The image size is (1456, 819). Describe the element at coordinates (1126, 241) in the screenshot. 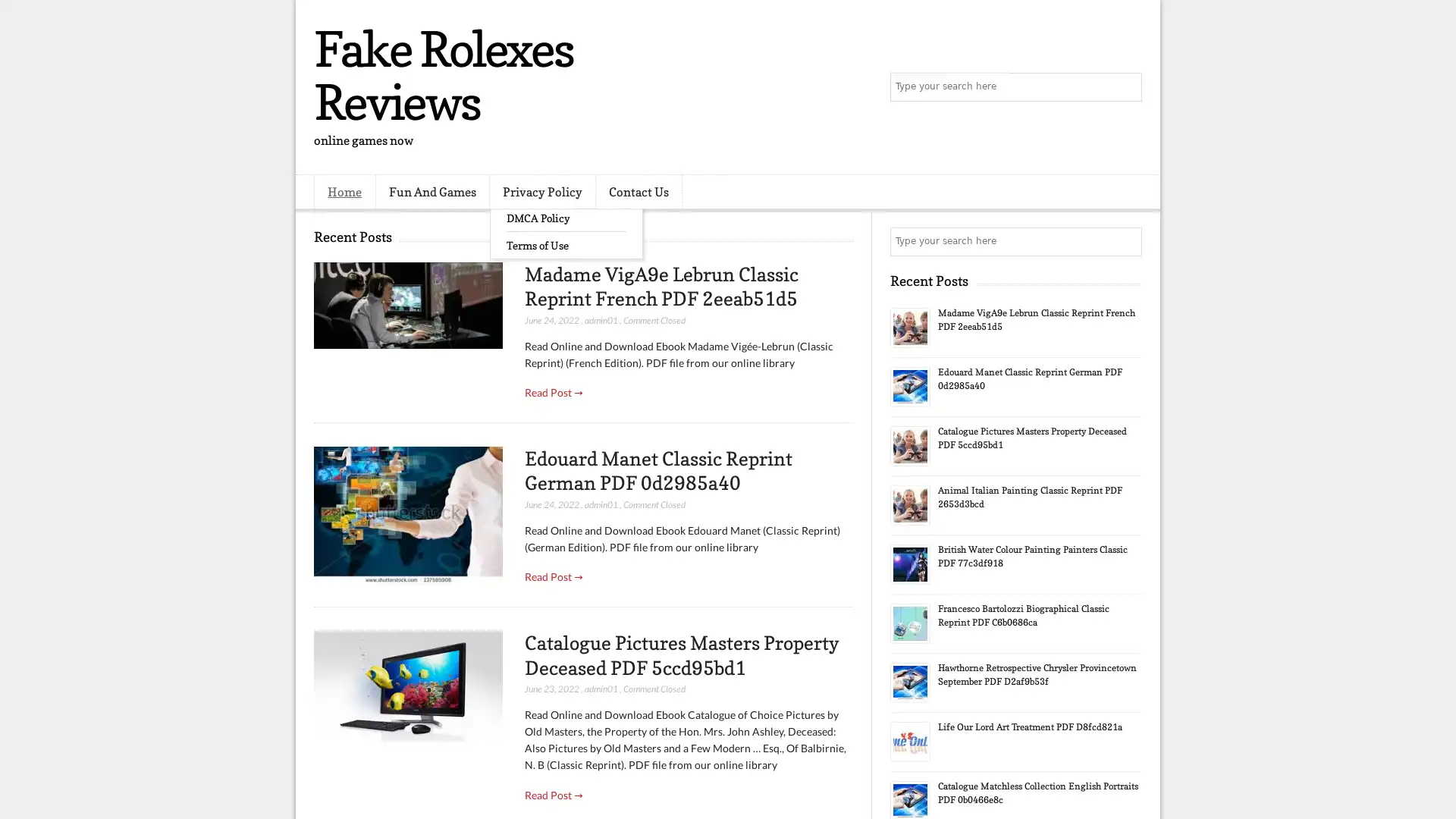

I see `Search` at that location.